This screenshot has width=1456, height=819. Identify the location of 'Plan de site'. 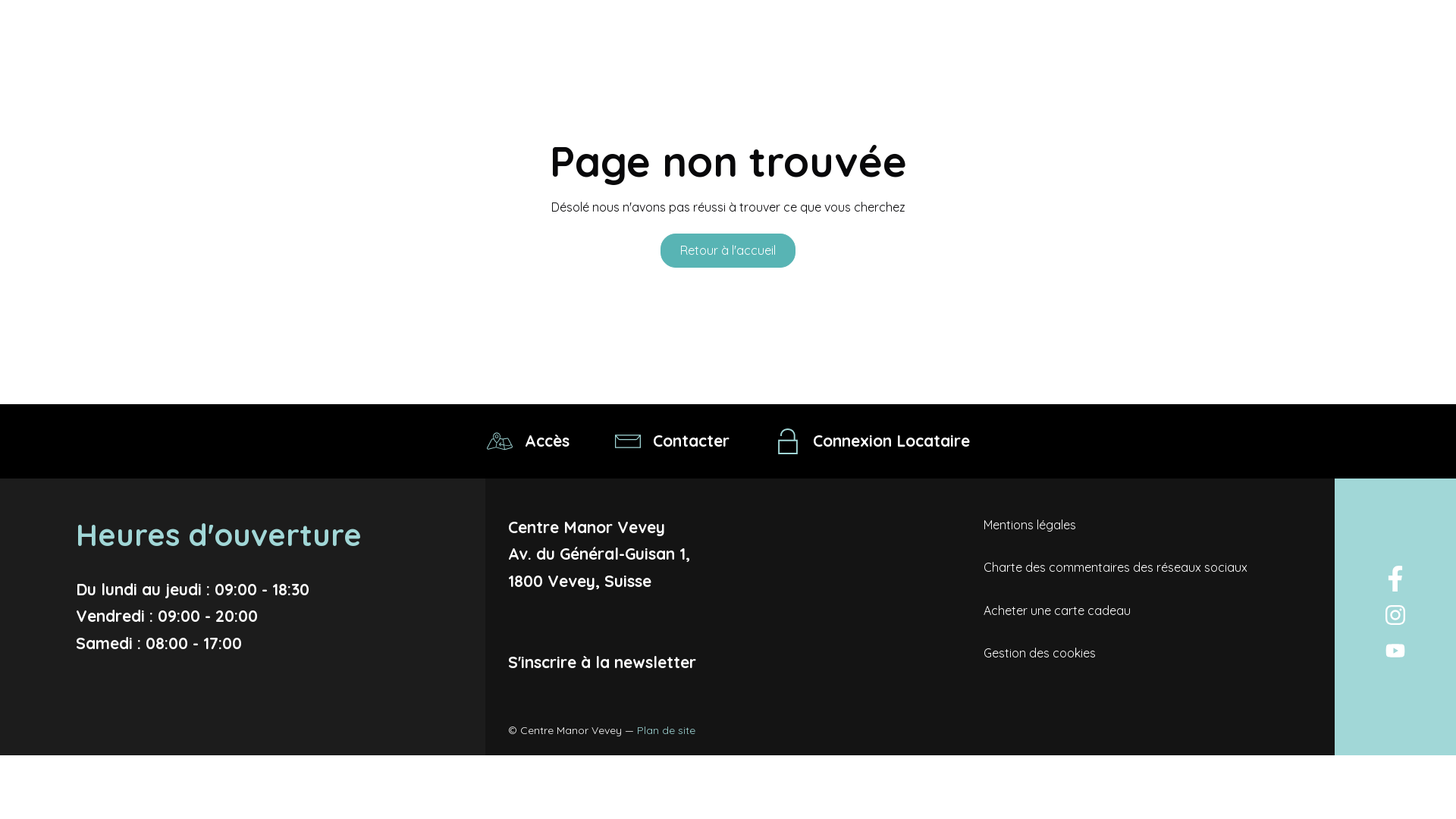
(666, 730).